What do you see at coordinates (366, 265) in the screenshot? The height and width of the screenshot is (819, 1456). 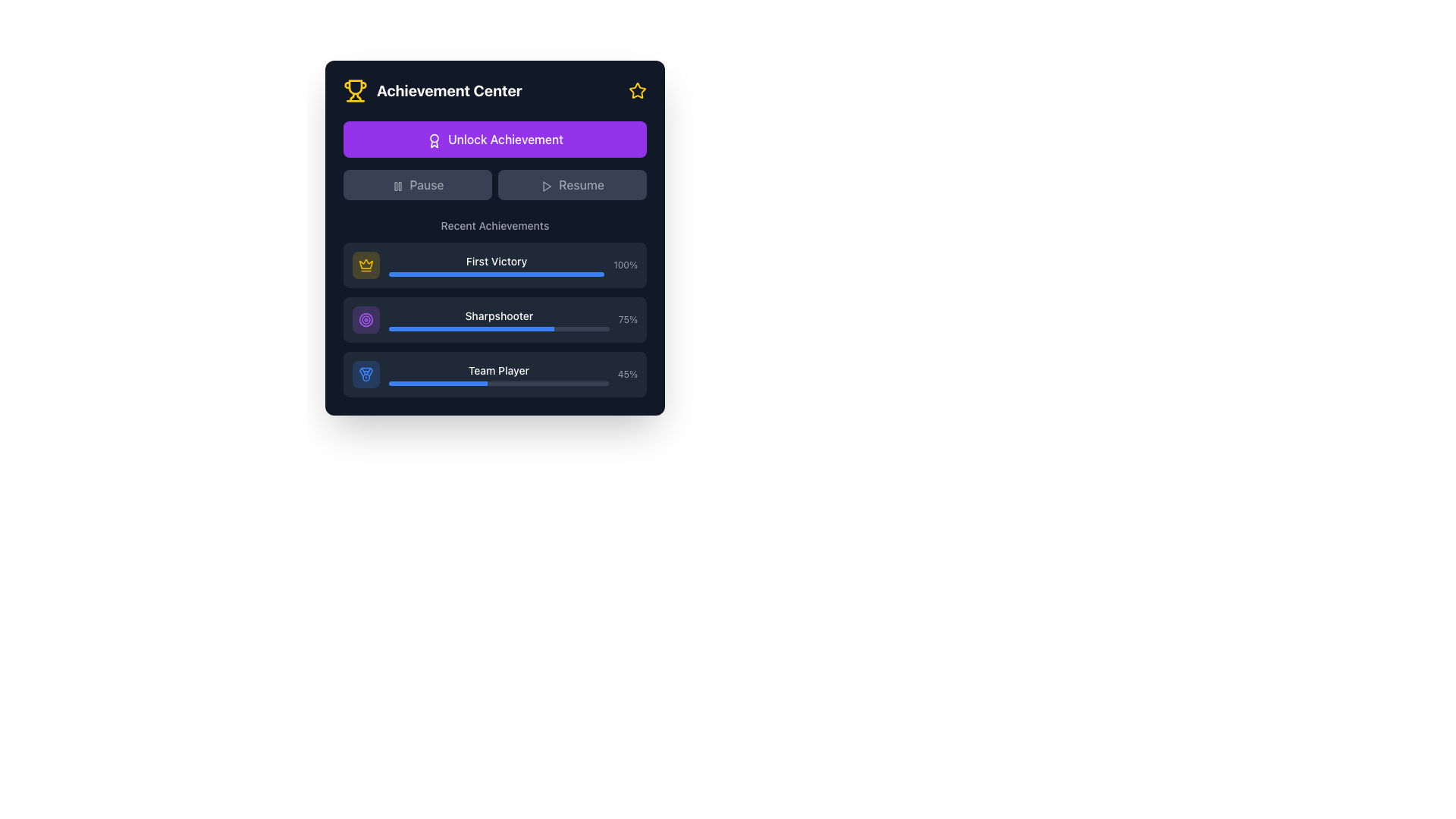 I see `the 'First Victory' achievement icon button located on the left side of the 'Recent Achievements' list in the 'Achievement Center'` at bounding box center [366, 265].